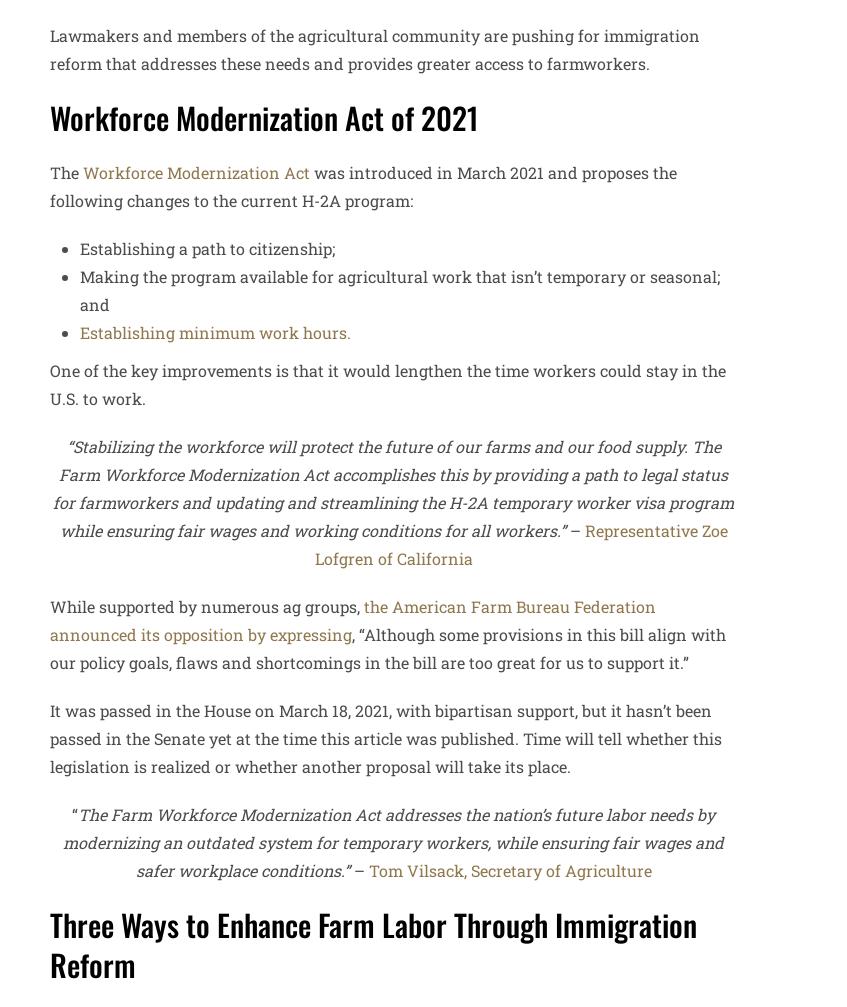 This screenshot has width=847, height=1007. Describe the element at coordinates (80, 247) in the screenshot. I see `'Establishing a path to citizenship;'` at that location.